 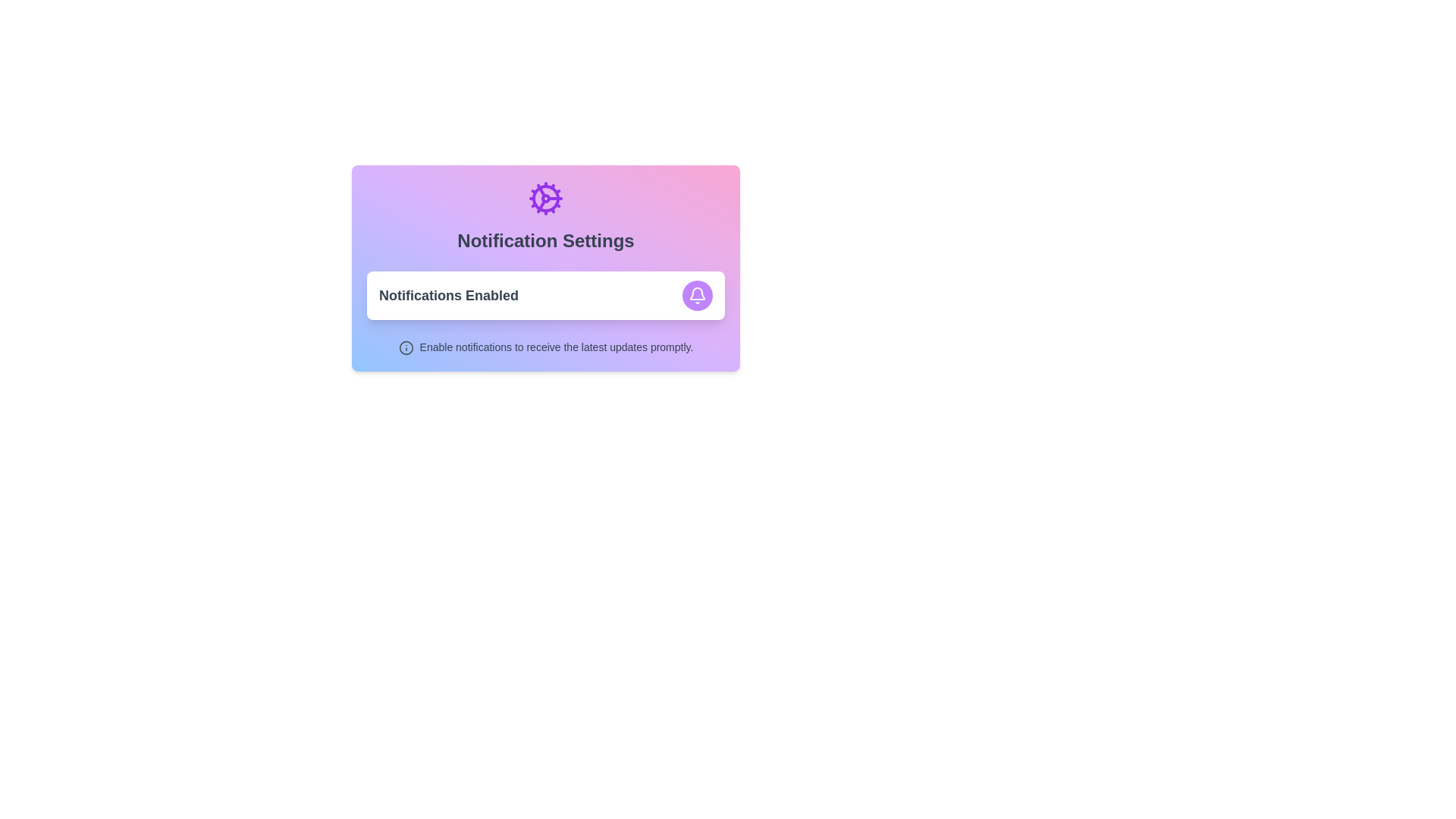 I want to click on the informational text that reads 'Enable notifications to receive the latest updates promptly.' located at the bottom of the notification settings card, so click(x=556, y=347).